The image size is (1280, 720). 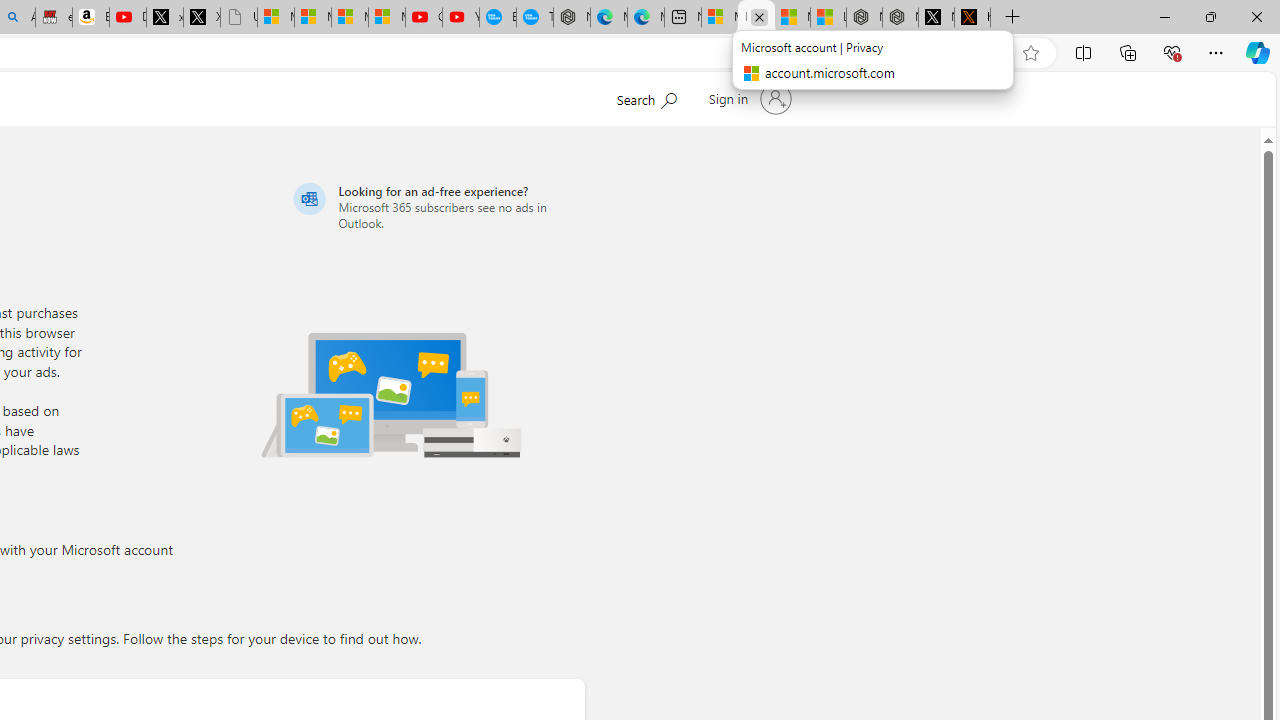 What do you see at coordinates (571, 17) in the screenshot?
I see `'Nordace - Nordace has arrived Hong Kong'` at bounding box center [571, 17].